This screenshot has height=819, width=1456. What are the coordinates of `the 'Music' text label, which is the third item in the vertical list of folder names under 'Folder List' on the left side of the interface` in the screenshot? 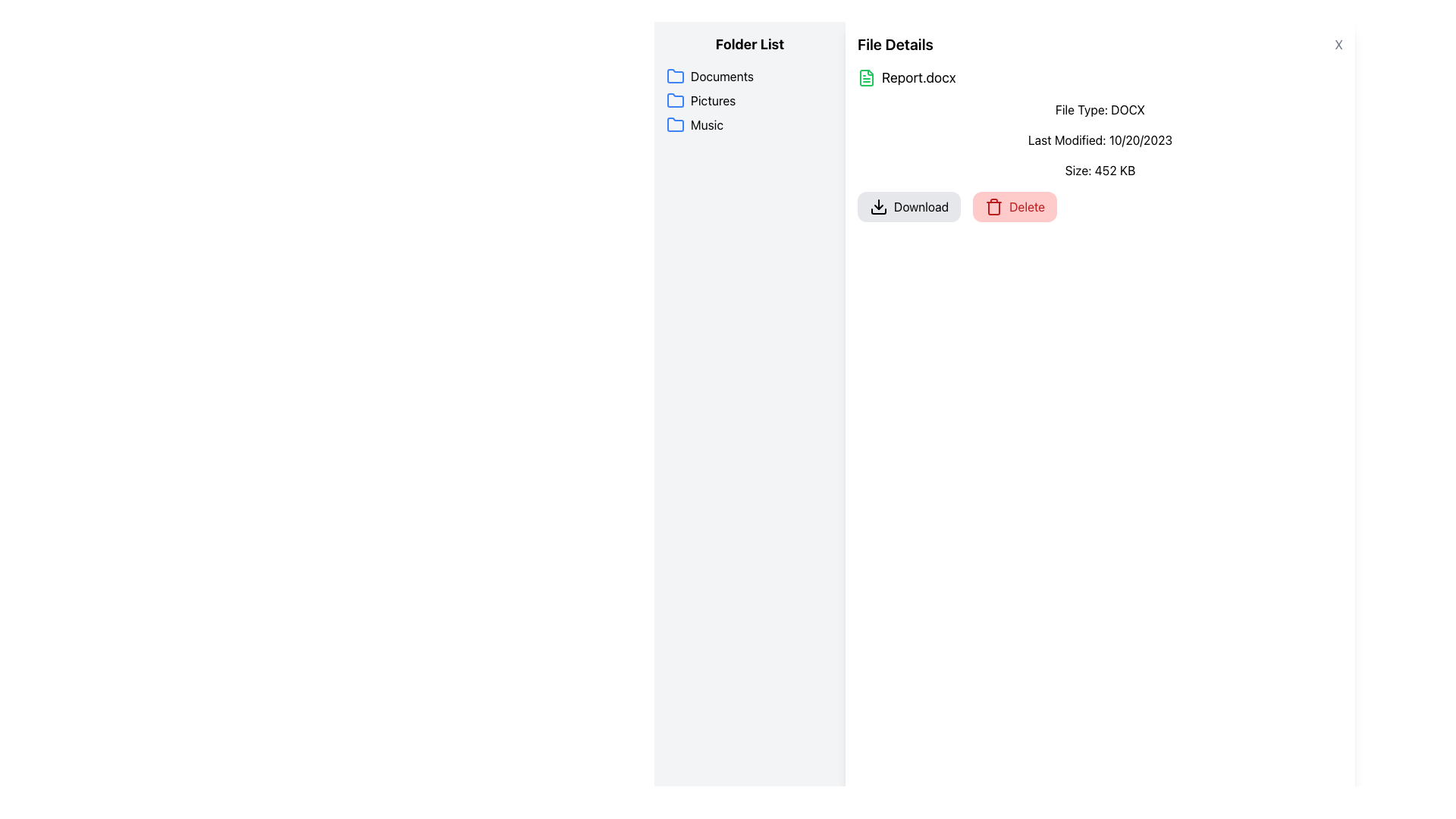 It's located at (706, 124).